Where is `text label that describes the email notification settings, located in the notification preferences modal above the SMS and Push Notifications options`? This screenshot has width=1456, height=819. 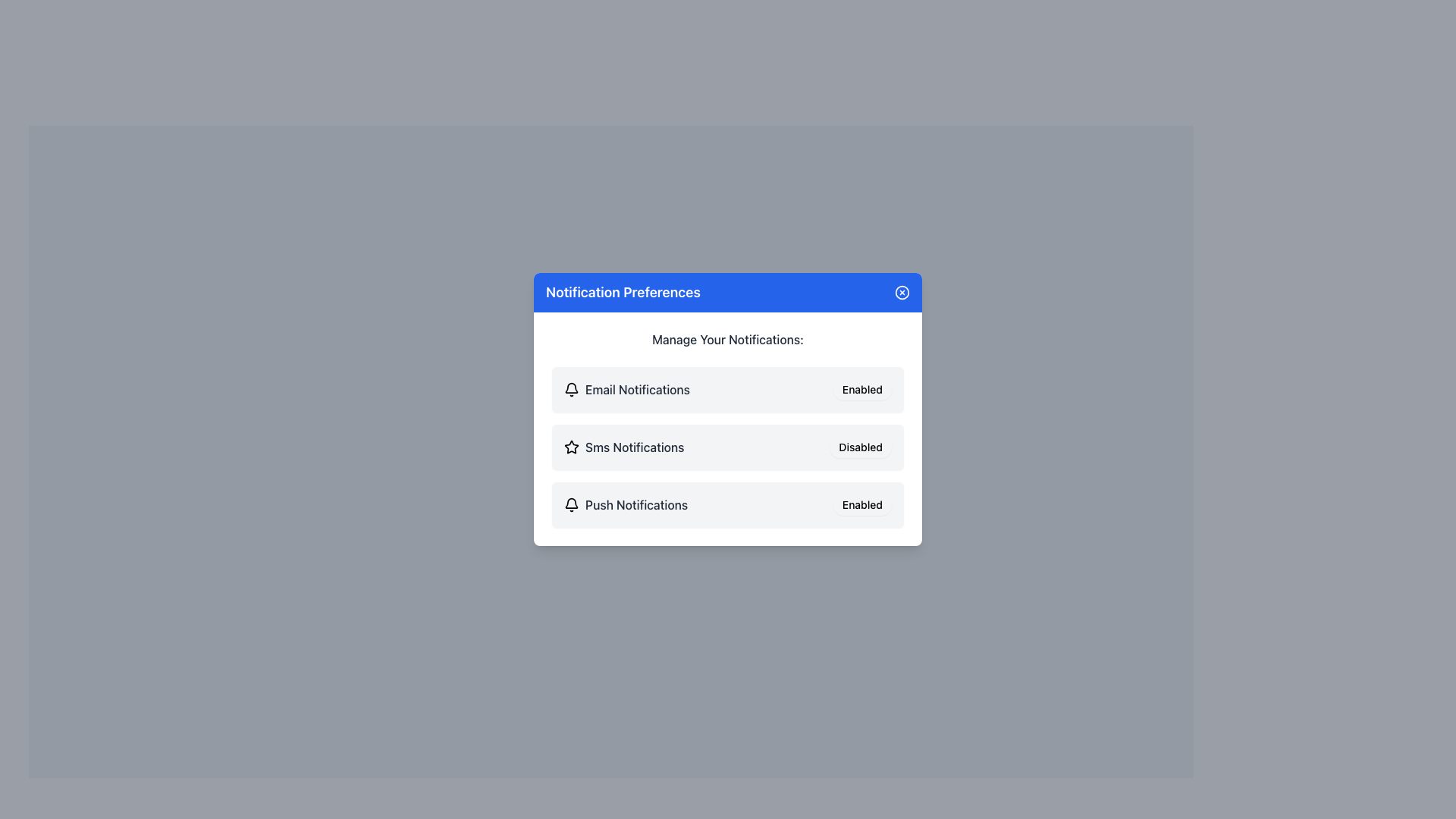
text label that describes the email notification settings, located in the notification preferences modal above the SMS and Push Notifications options is located at coordinates (637, 388).